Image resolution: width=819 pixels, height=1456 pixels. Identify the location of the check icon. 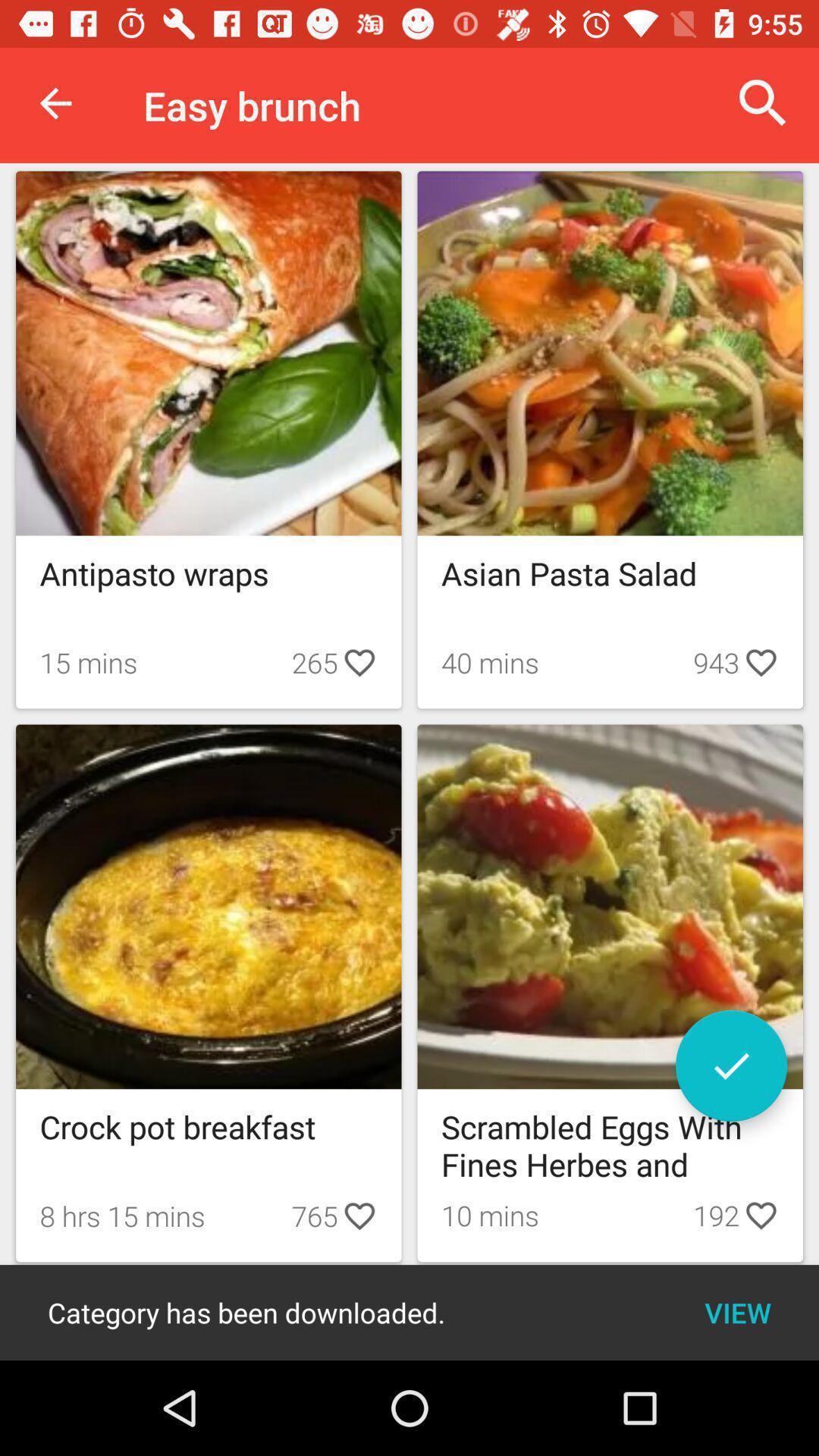
(730, 1065).